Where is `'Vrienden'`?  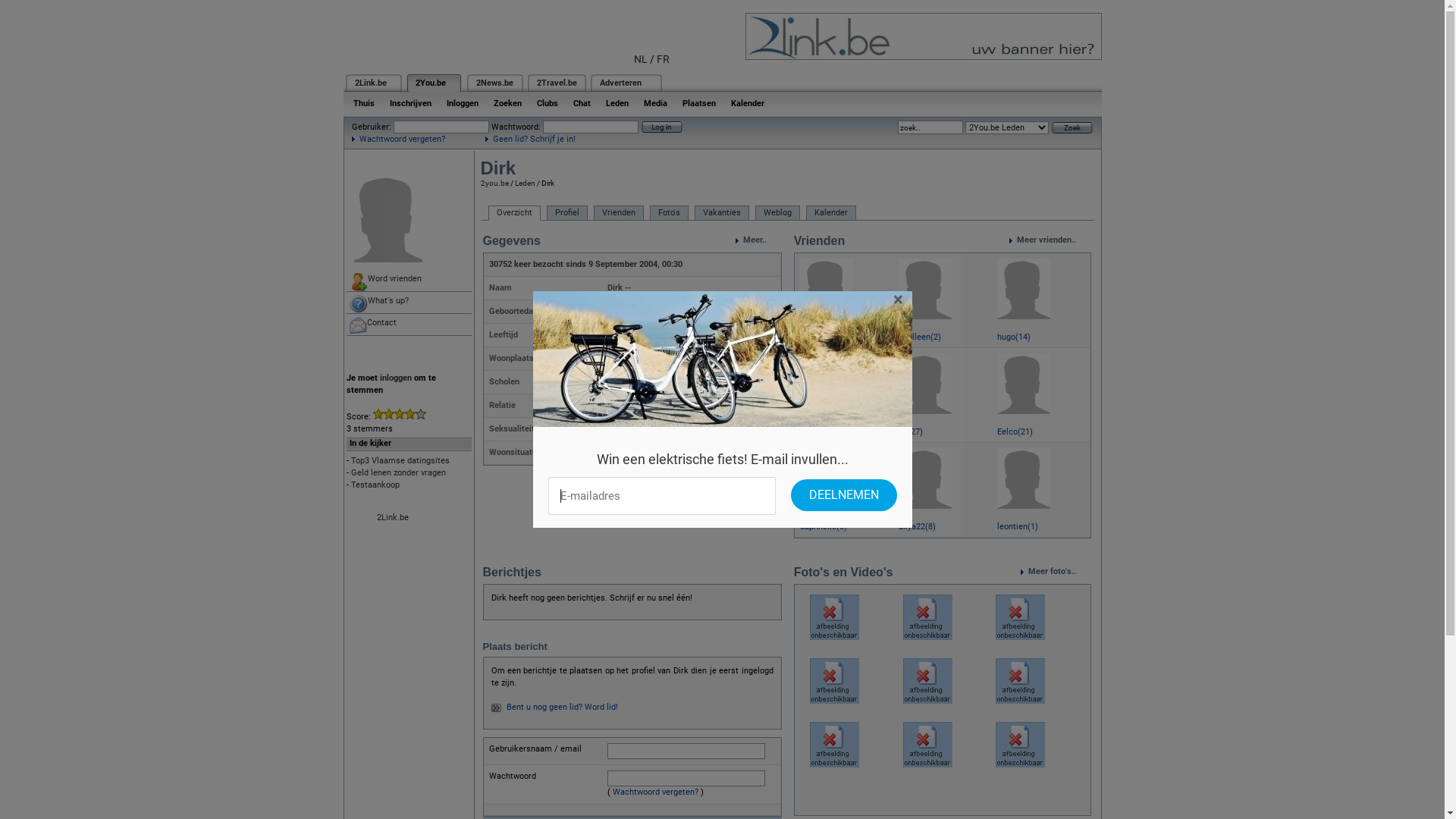
'Vrienden' is located at coordinates (618, 213).